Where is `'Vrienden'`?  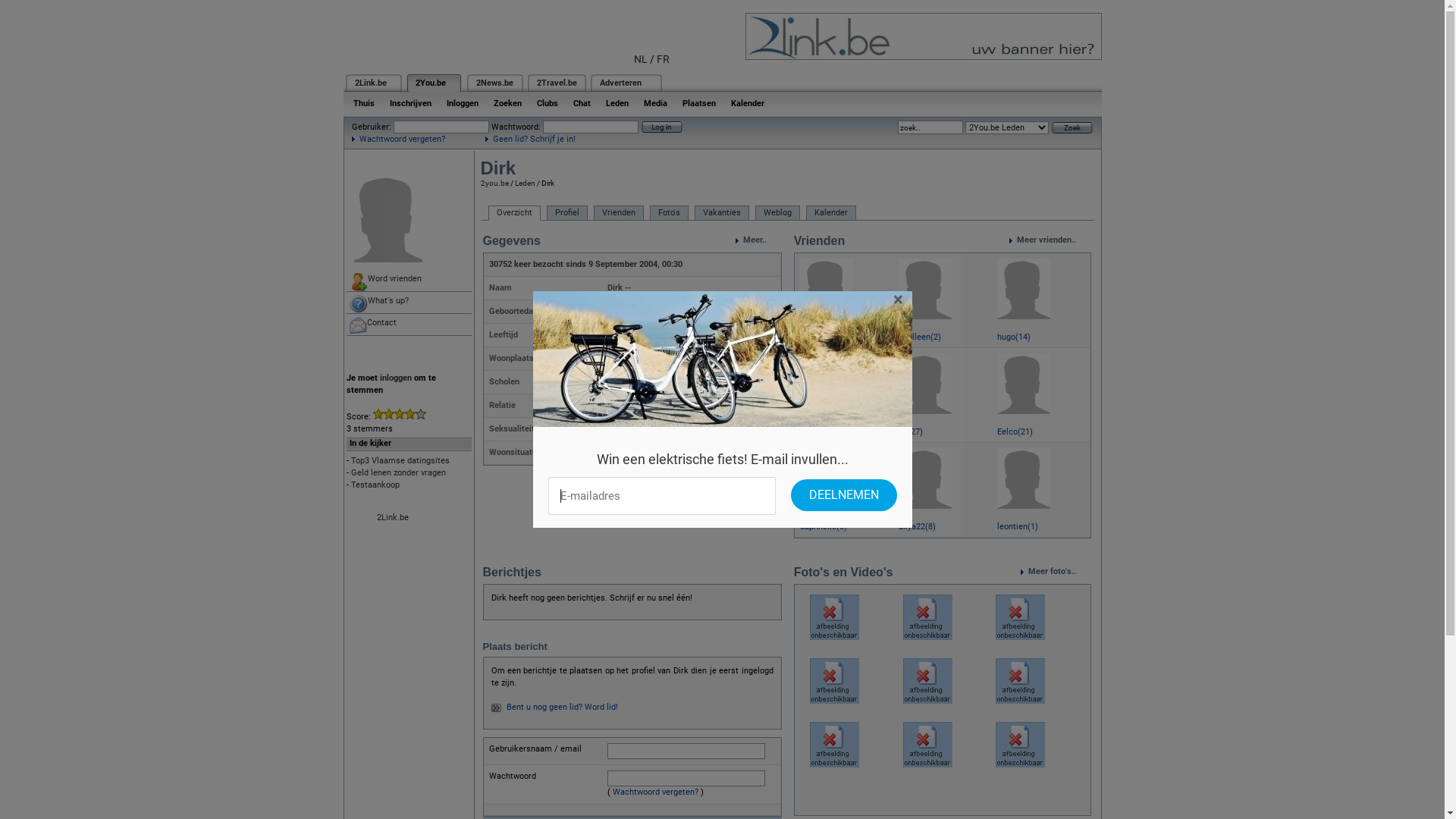
'Vrienden' is located at coordinates (618, 213).